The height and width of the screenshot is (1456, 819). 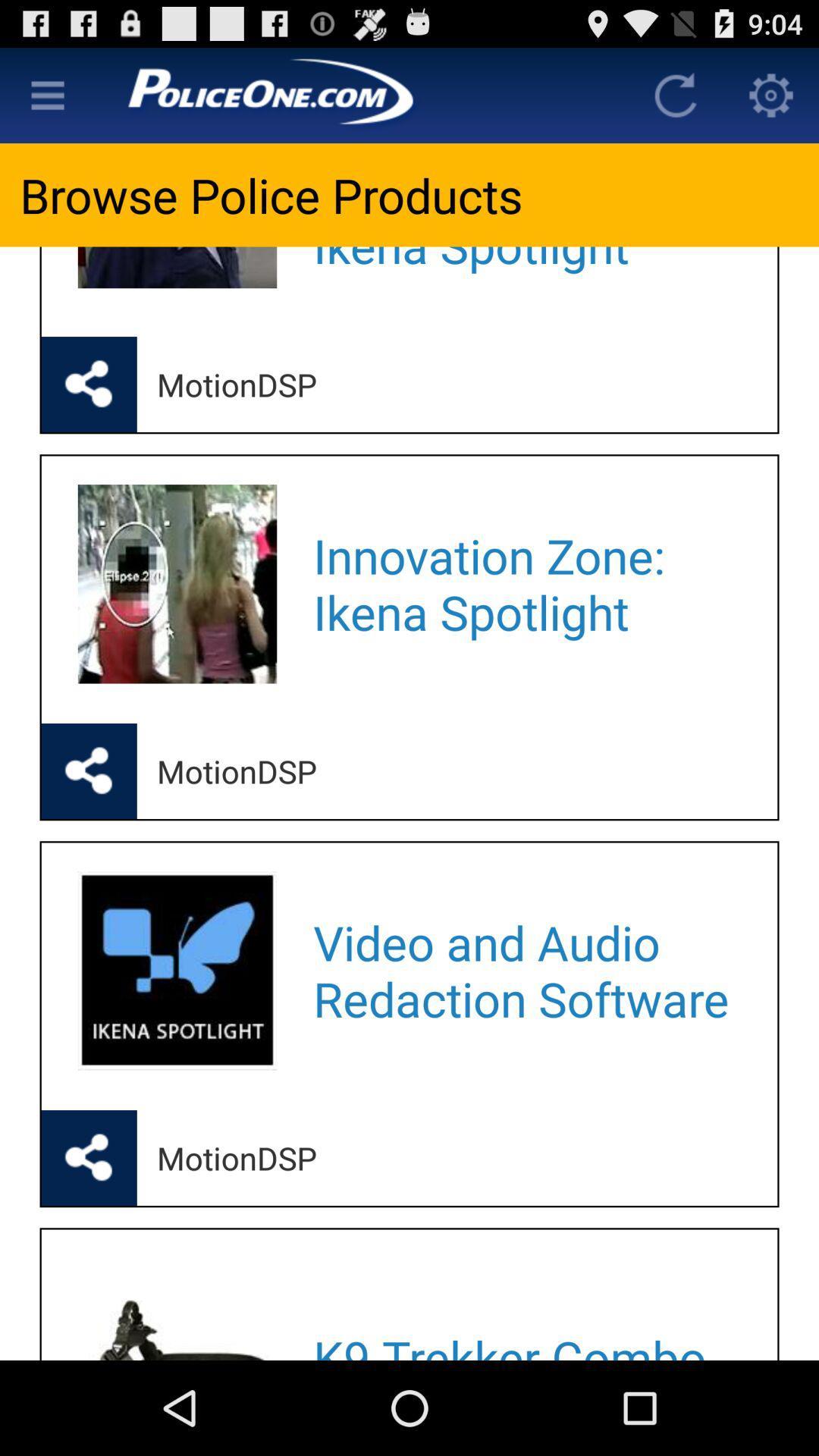 I want to click on video and audio app, so click(x=525, y=971).